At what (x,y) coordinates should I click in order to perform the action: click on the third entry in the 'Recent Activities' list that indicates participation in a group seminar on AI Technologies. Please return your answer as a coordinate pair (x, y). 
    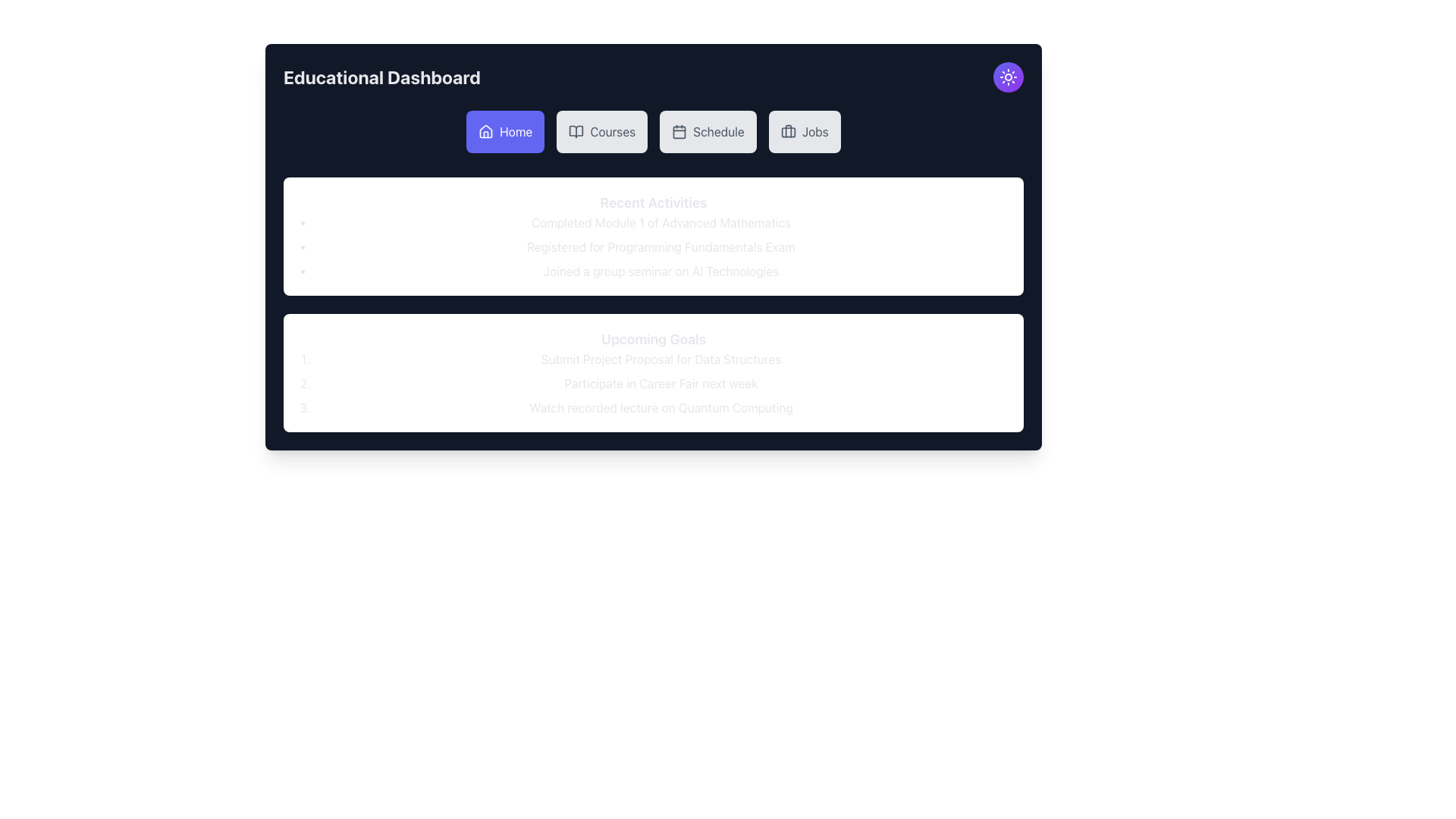
    Looking at the image, I should click on (661, 271).